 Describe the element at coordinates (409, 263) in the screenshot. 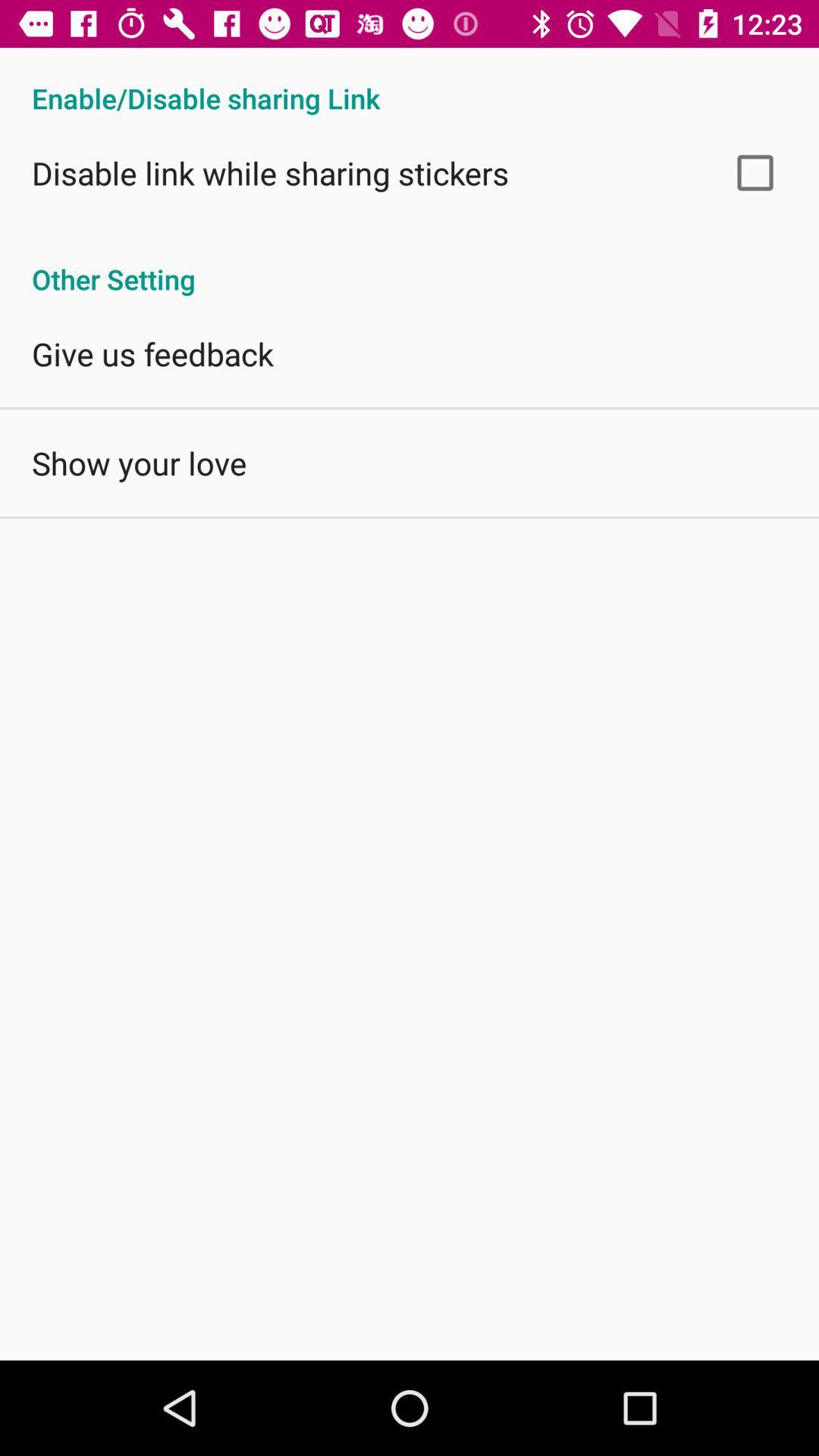

I see `other setting icon` at that location.